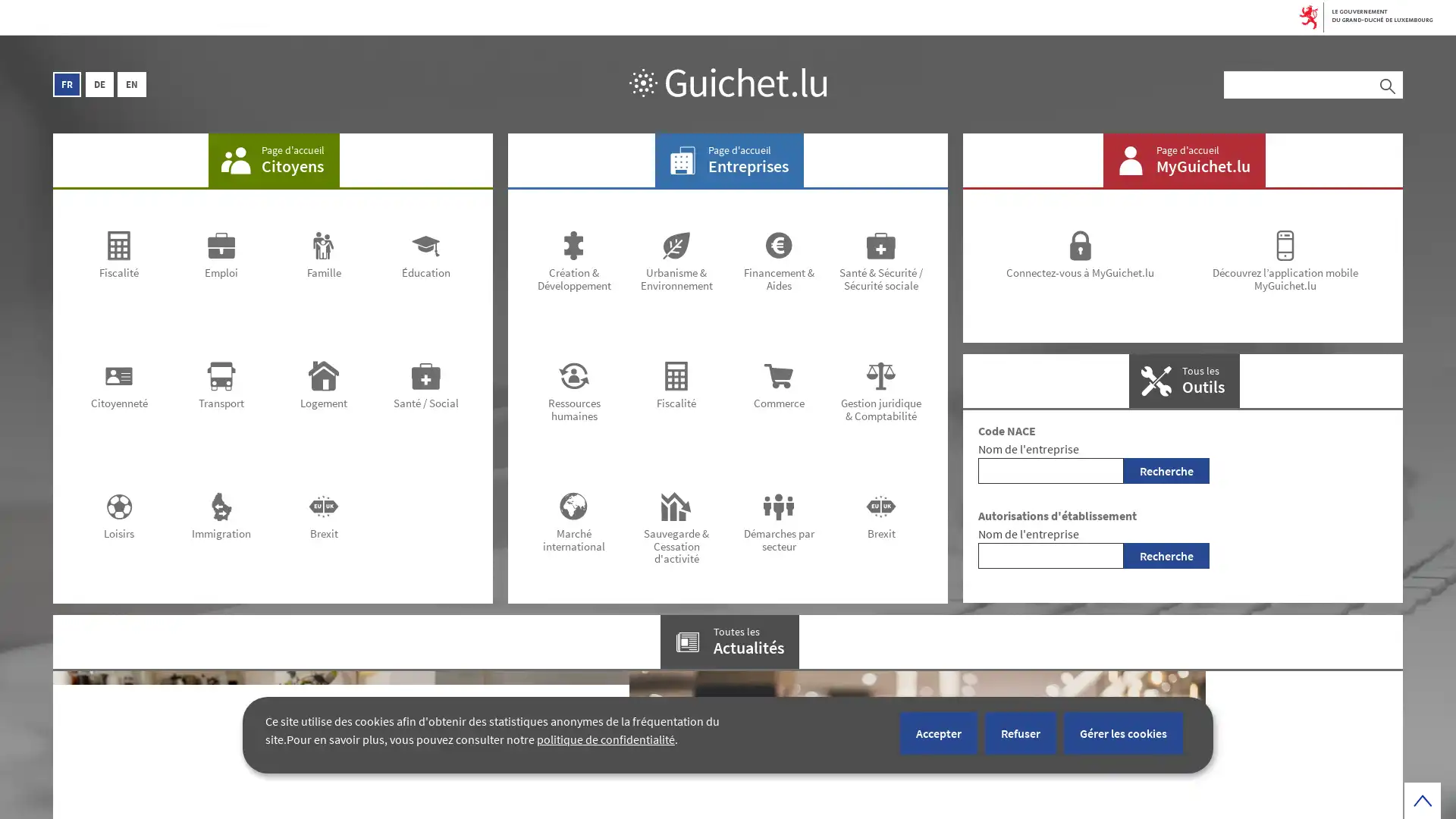 The height and width of the screenshot is (819, 1456). Describe the element at coordinates (1020, 733) in the screenshot. I see `Refuser` at that location.